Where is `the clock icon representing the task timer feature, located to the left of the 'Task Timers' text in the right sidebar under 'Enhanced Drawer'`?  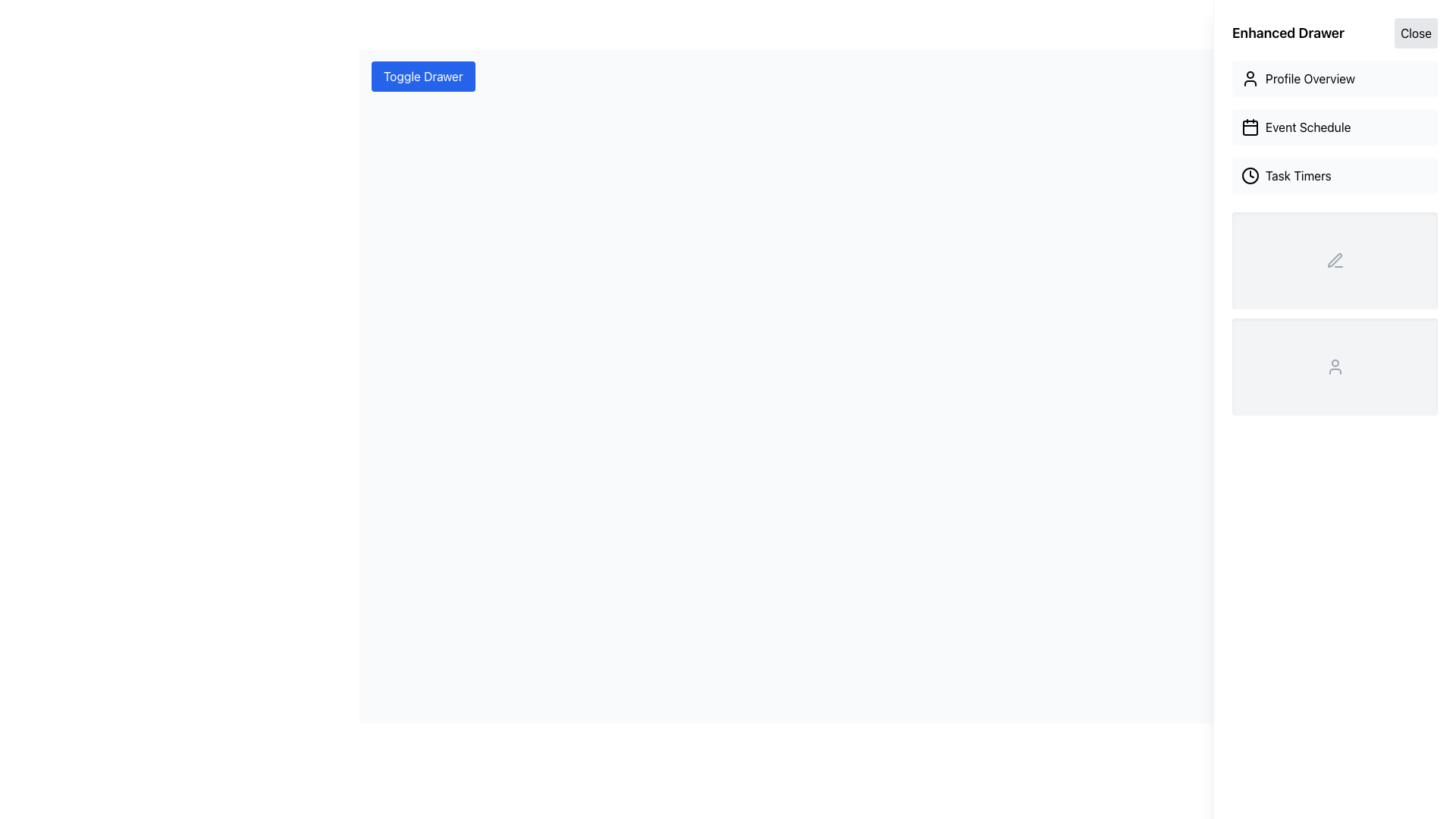
the clock icon representing the task timer feature, located to the left of the 'Task Timers' text in the right sidebar under 'Enhanced Drawer' is located at coordinates (1250, 174).